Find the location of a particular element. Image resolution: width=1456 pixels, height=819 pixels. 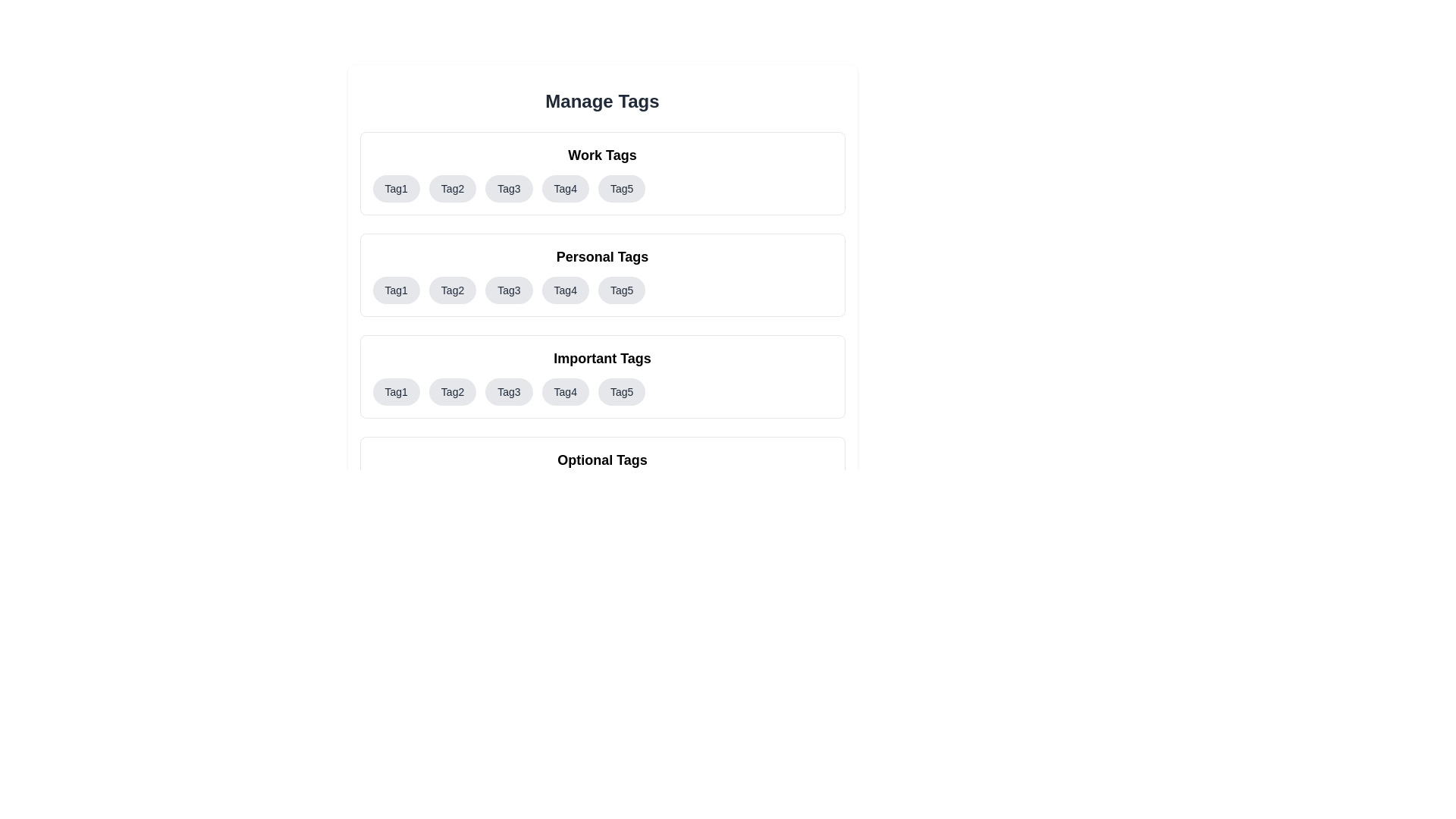

the first tag with the text 'Tag1' in the 'Work Tags' section is located at coordinates (396, 188).